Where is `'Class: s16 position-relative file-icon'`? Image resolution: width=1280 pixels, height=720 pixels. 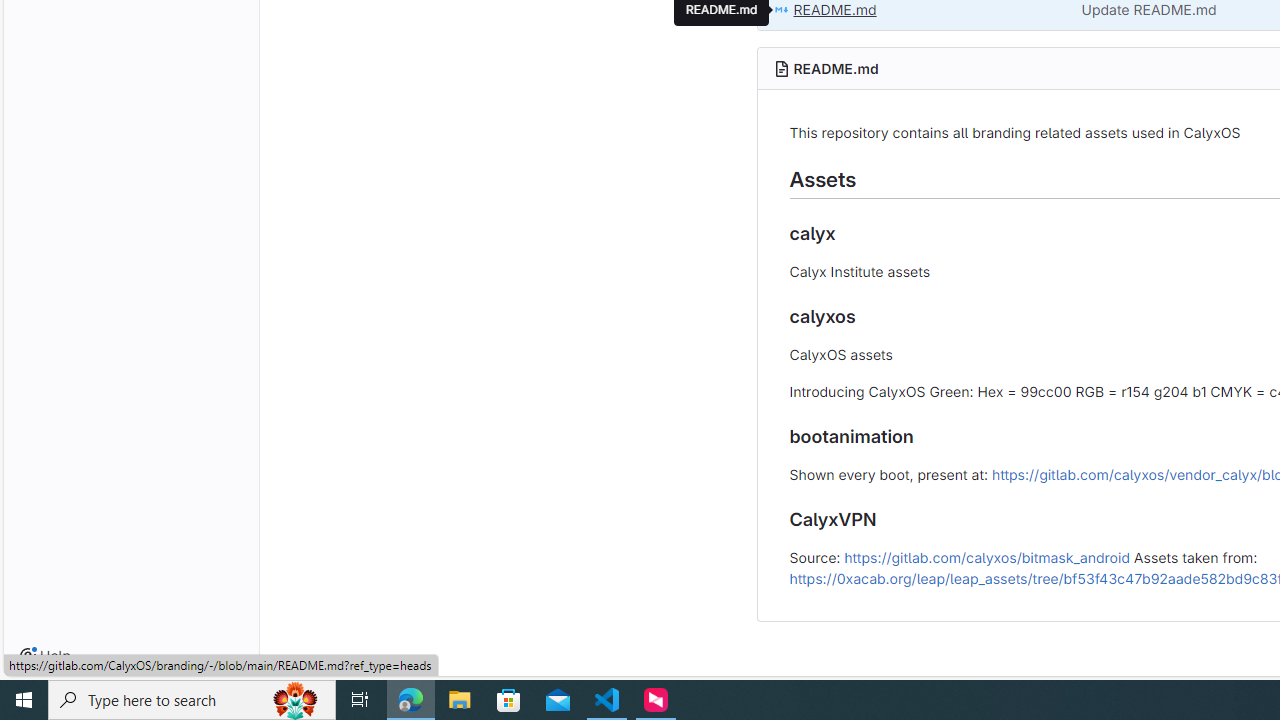 'Class: s16 position-relative file-icon' is located at coordinates (780, 10).